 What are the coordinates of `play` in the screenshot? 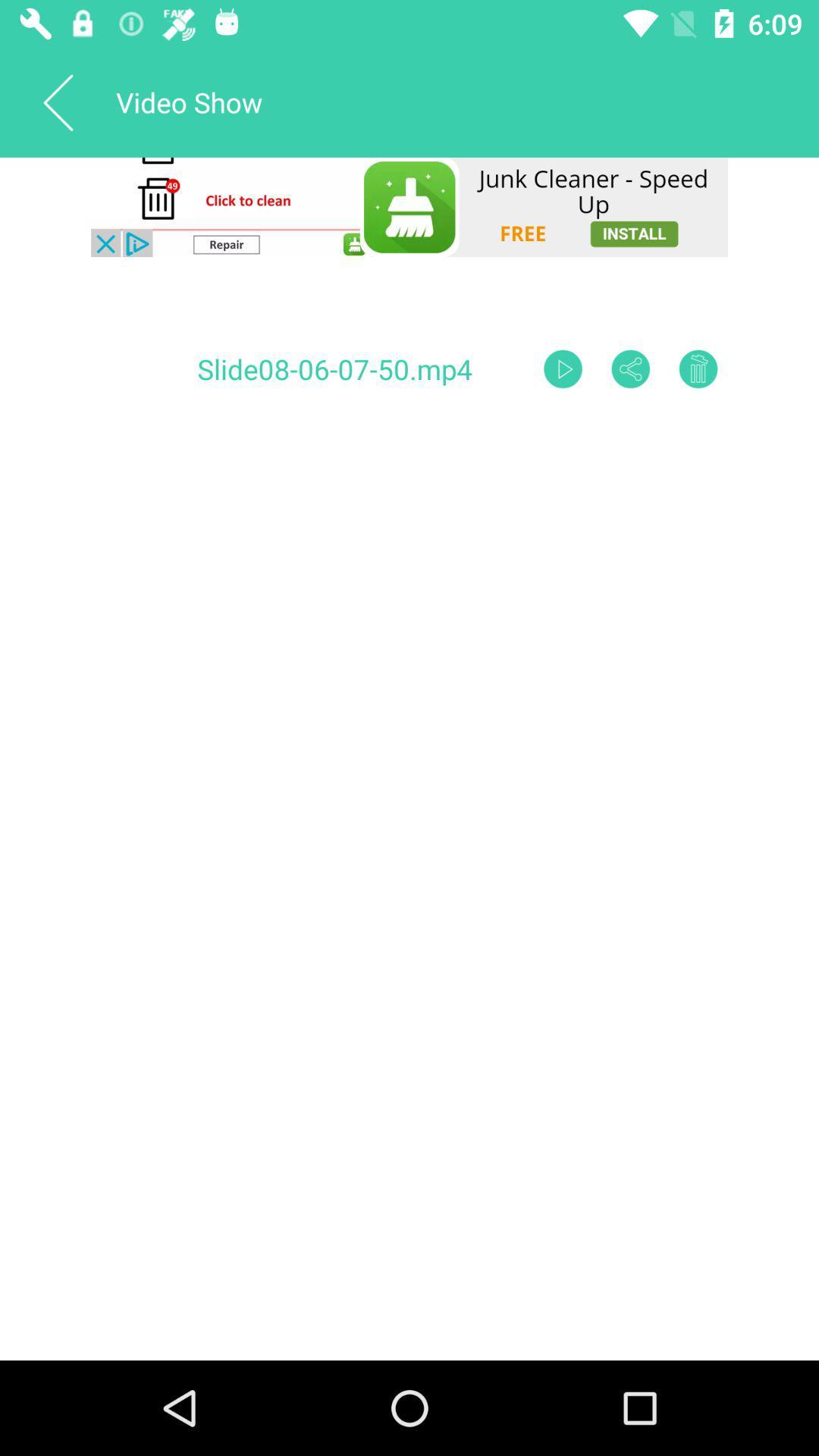 It's located at (563, 369).